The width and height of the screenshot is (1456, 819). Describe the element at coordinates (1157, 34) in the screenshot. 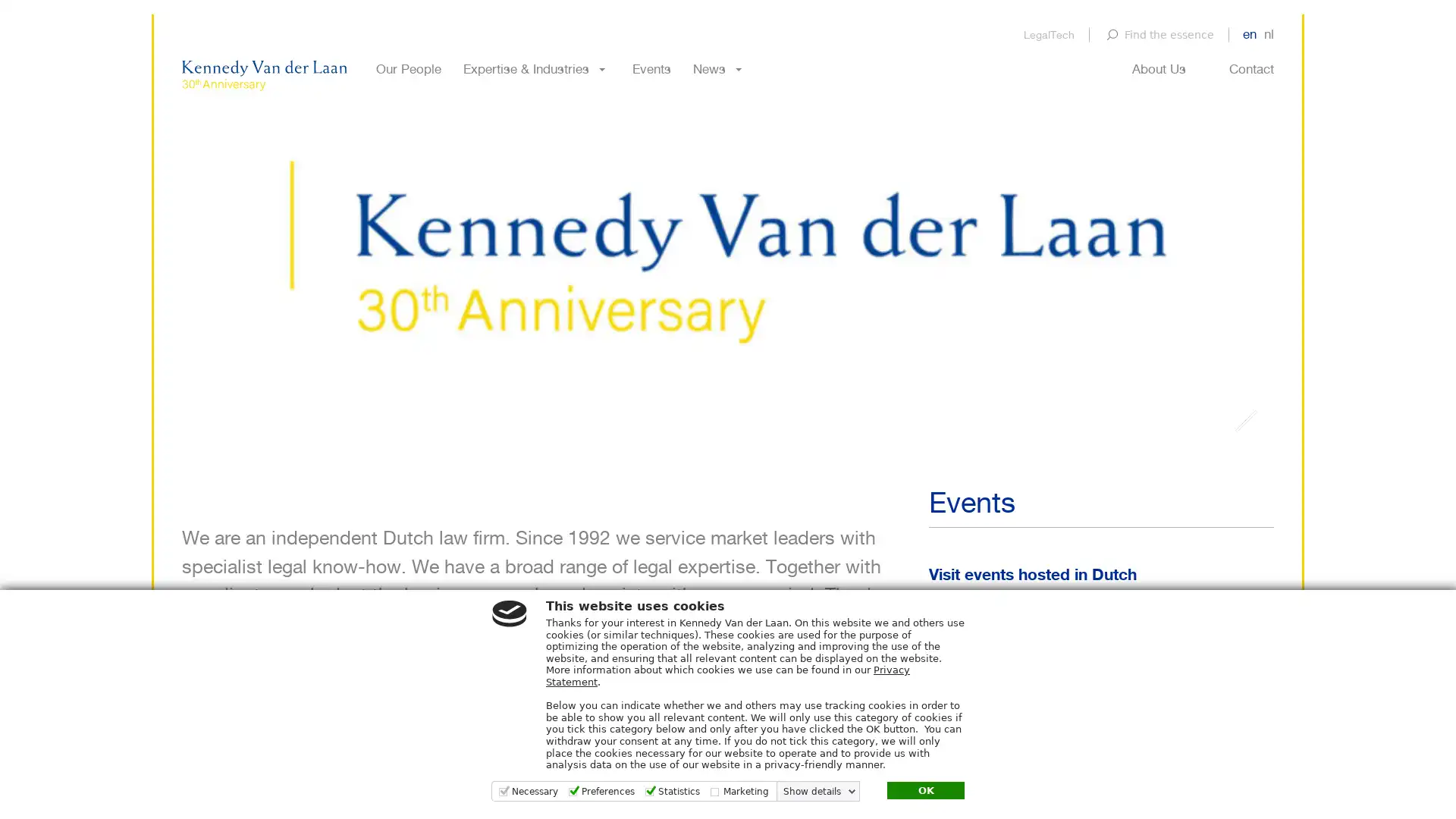

I see `Find the essence` at that location.